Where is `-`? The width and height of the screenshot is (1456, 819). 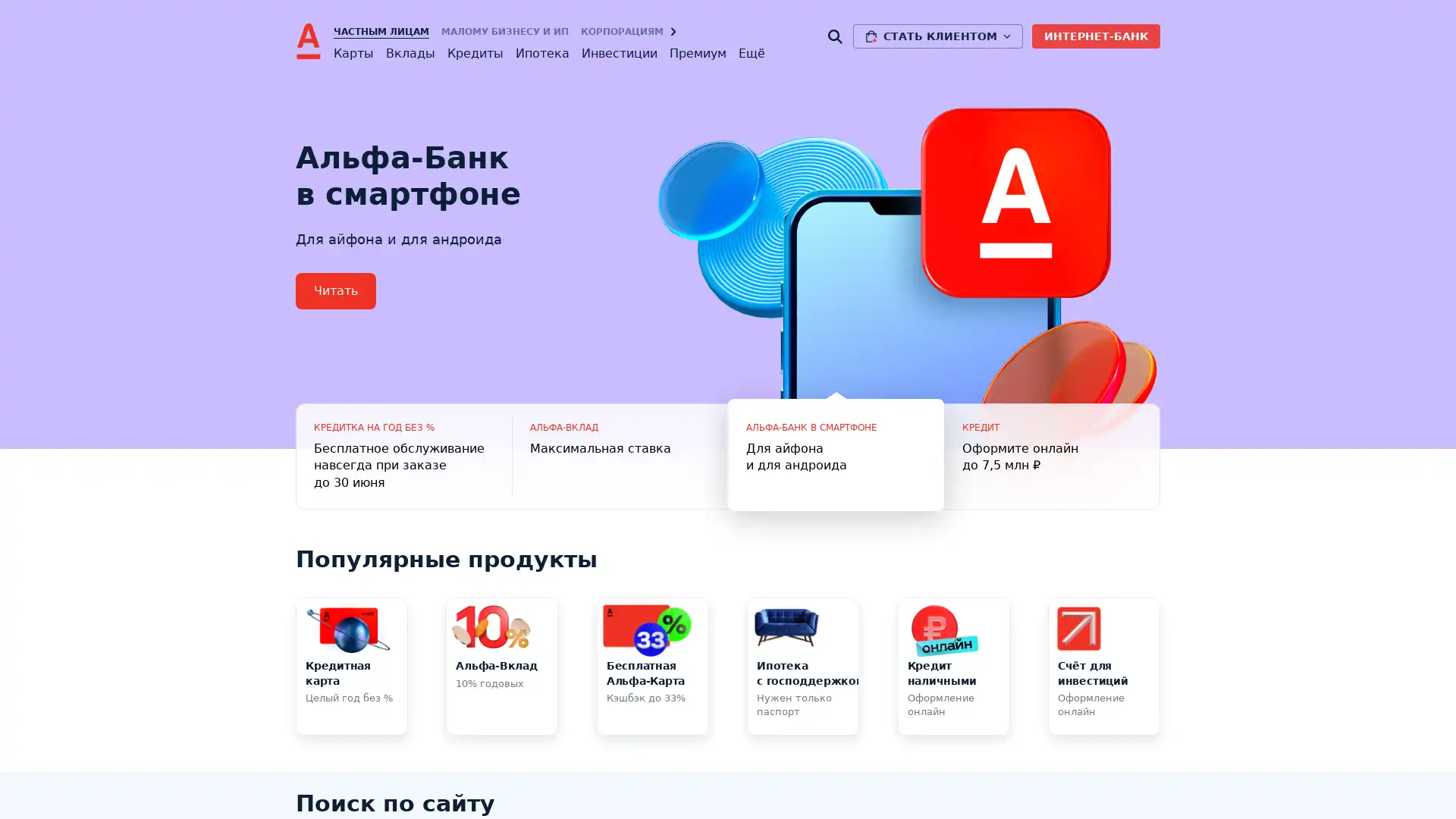
- is located at coordinates (620, 455).